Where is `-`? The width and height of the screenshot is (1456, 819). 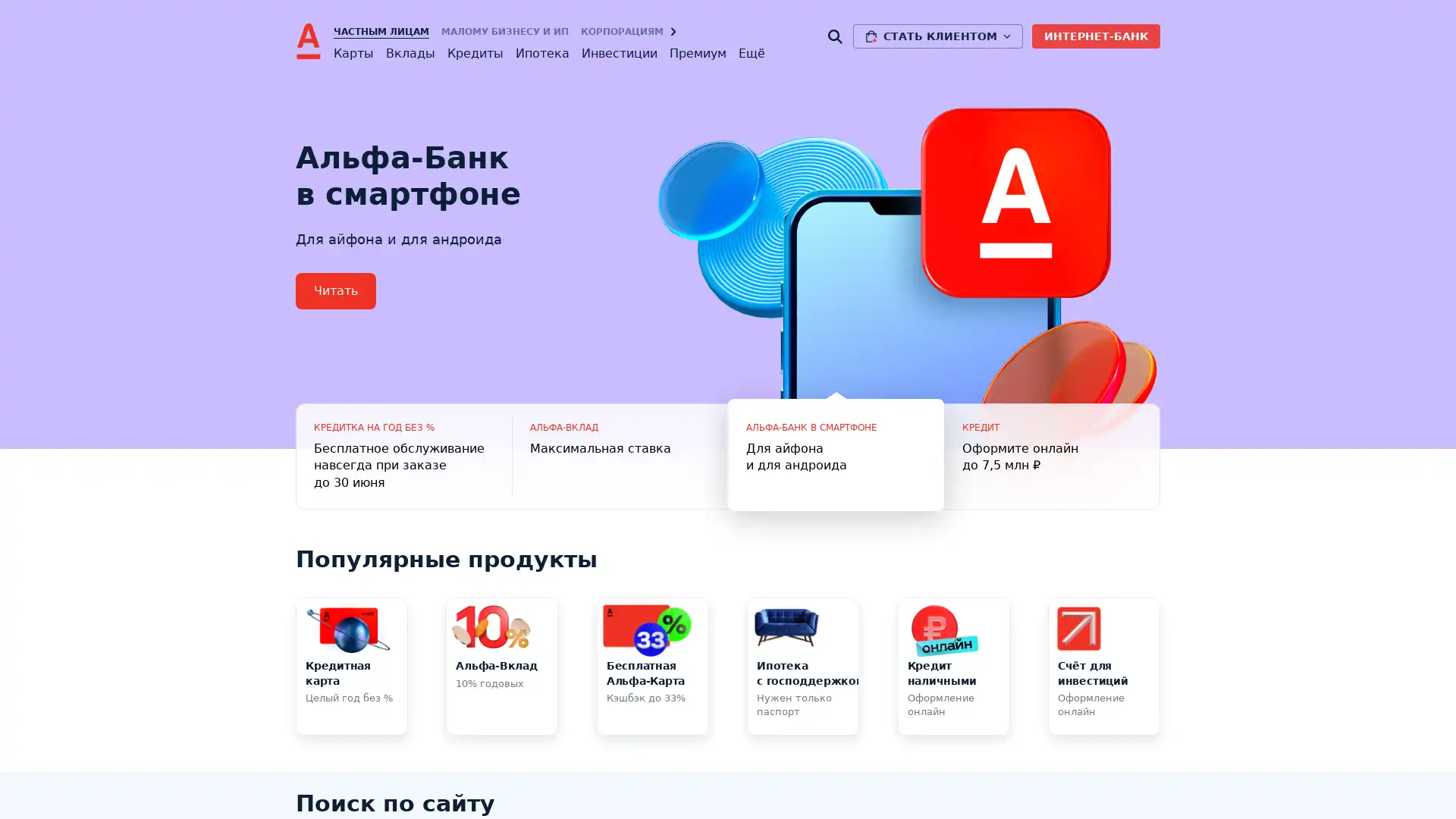
- is located at coordinates (620, 455).